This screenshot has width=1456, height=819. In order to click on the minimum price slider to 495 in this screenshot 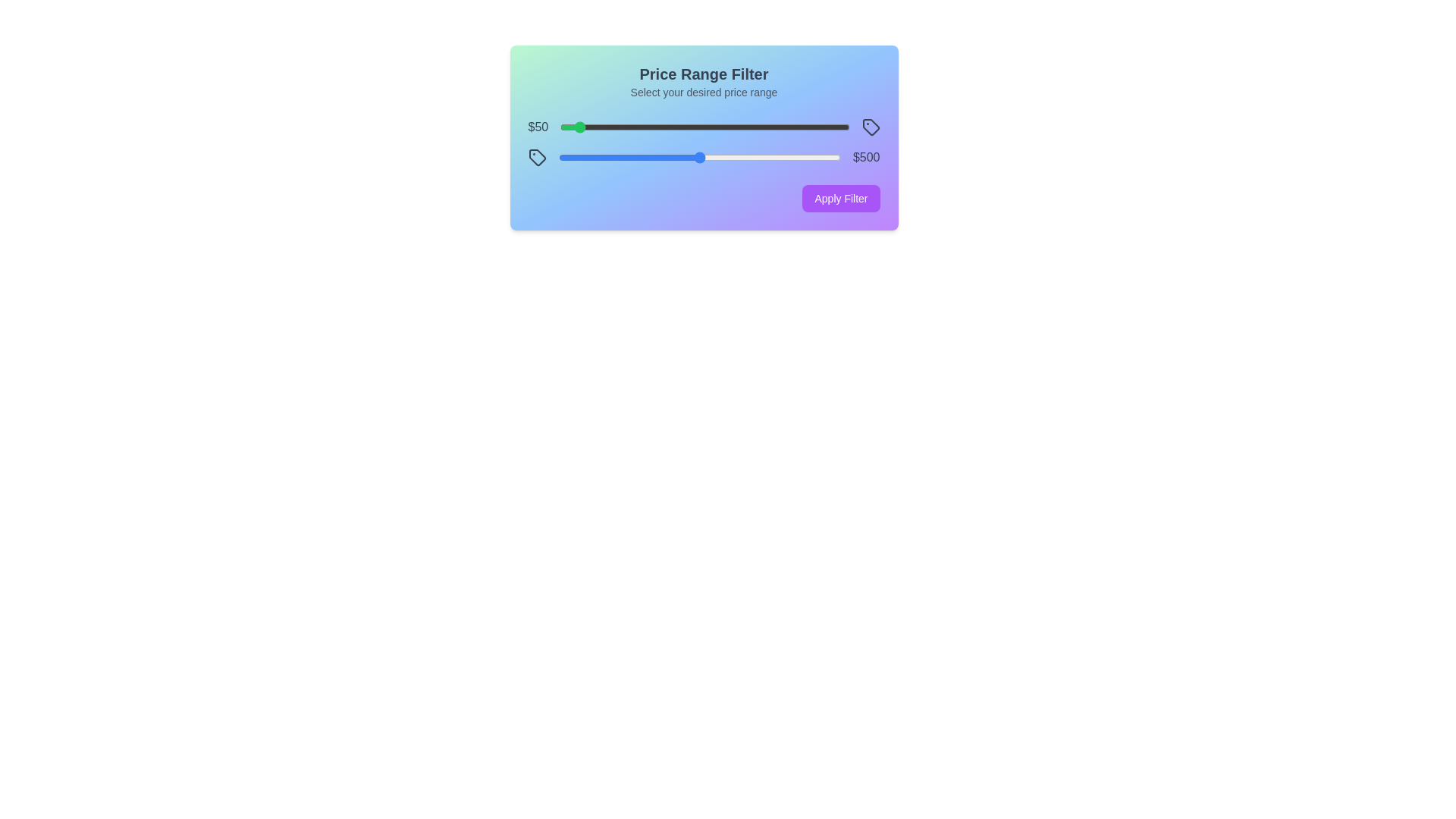, I will do `click(702, 127)`.